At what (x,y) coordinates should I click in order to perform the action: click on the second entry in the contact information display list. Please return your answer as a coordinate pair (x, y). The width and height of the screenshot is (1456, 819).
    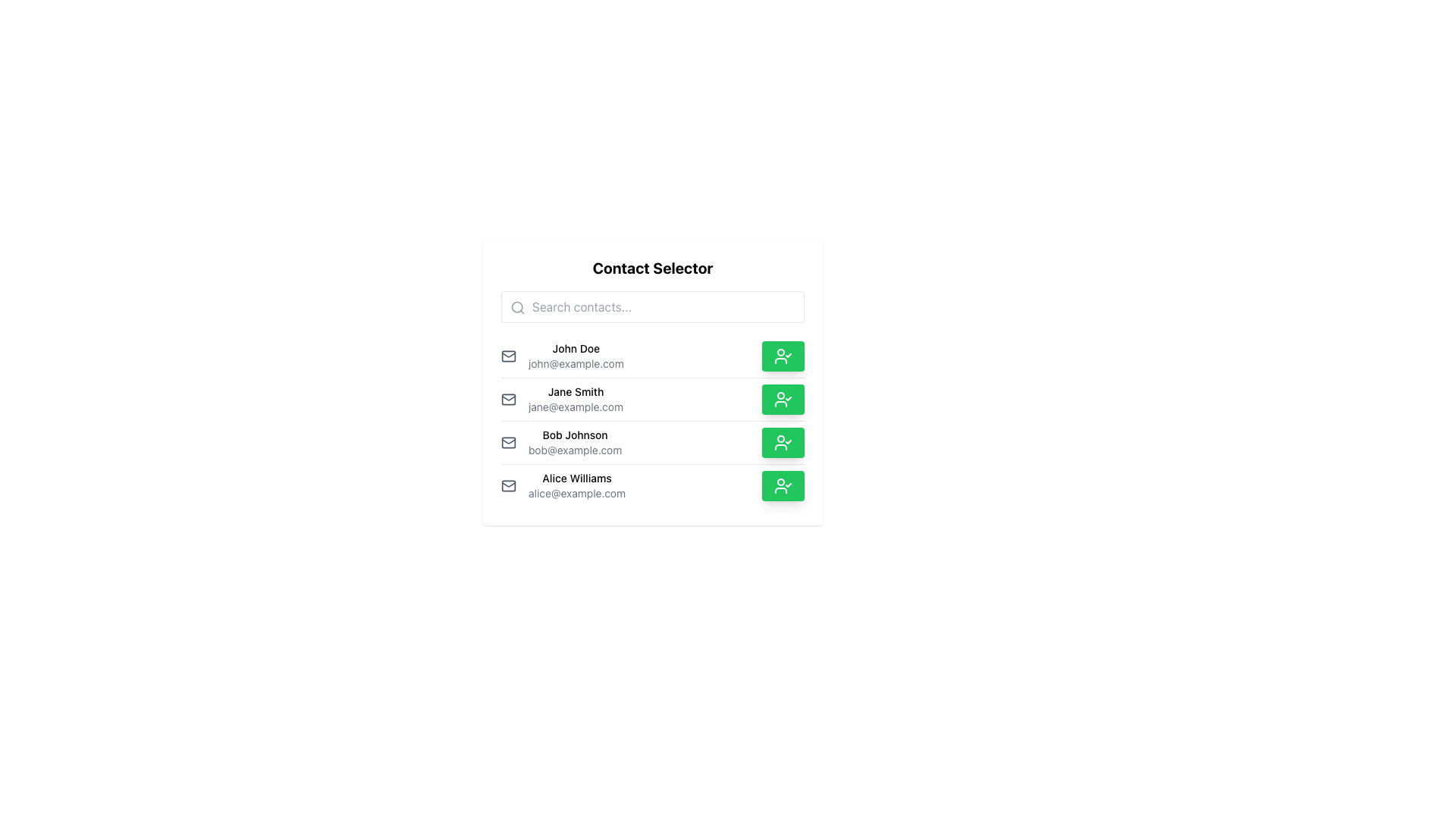
    Looking at the image, I should click on (561, 399).